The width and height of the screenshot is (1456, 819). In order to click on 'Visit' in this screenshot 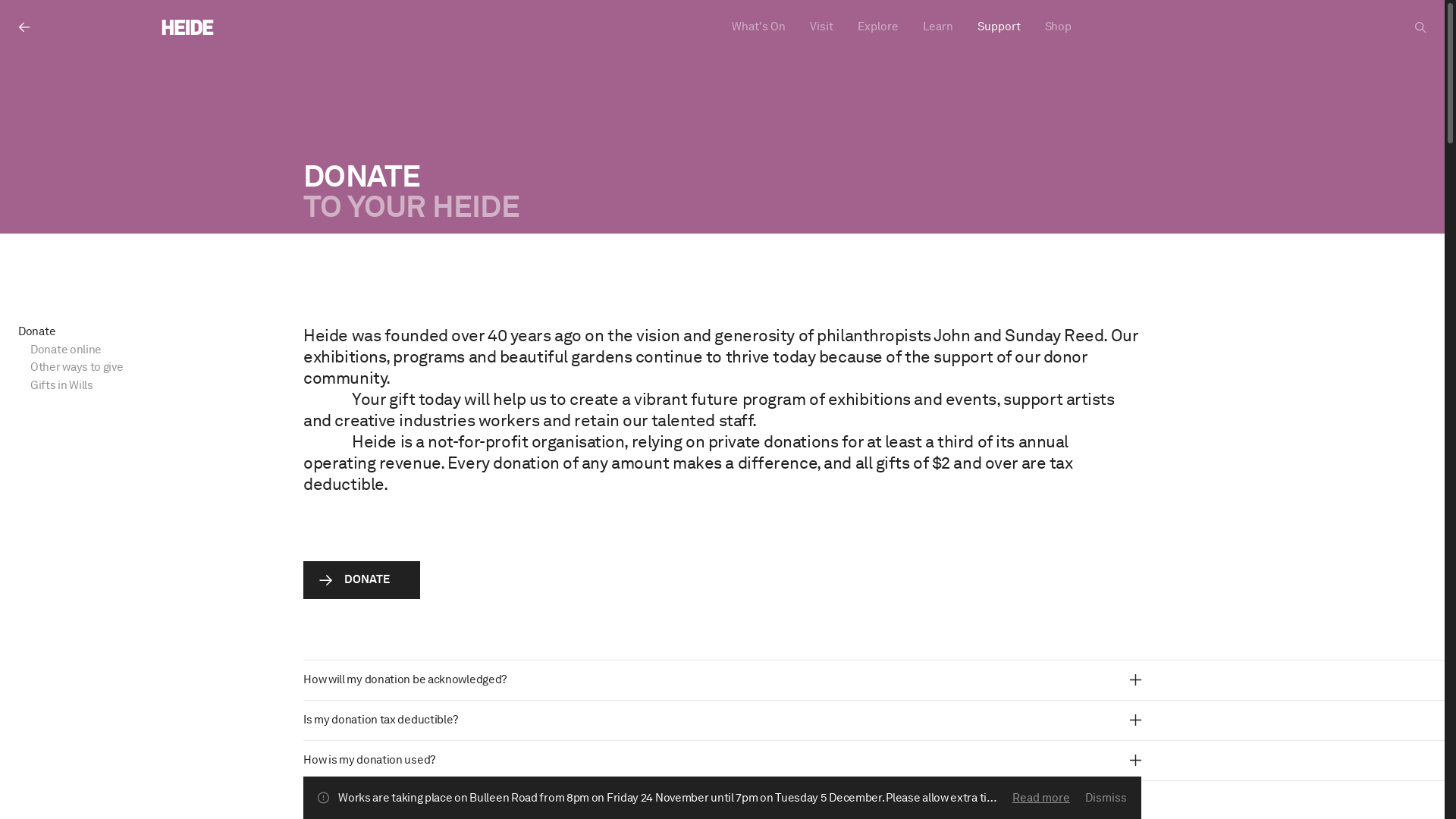, I will do `click(821, 27)`.